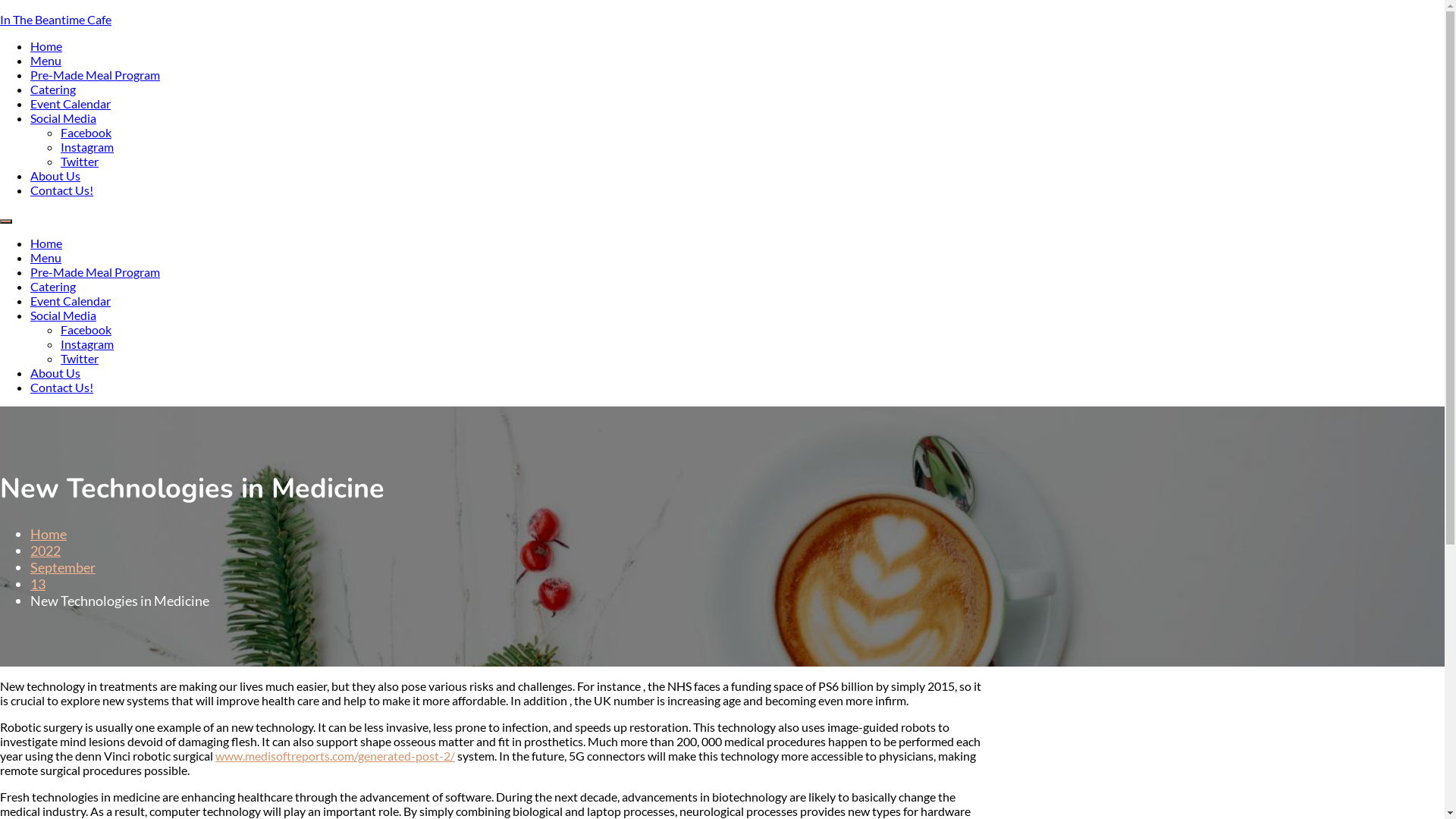  What do you see at coordinates (37, 583) in the screenshot?
I see `'13'` at bounding box center [37, 583].